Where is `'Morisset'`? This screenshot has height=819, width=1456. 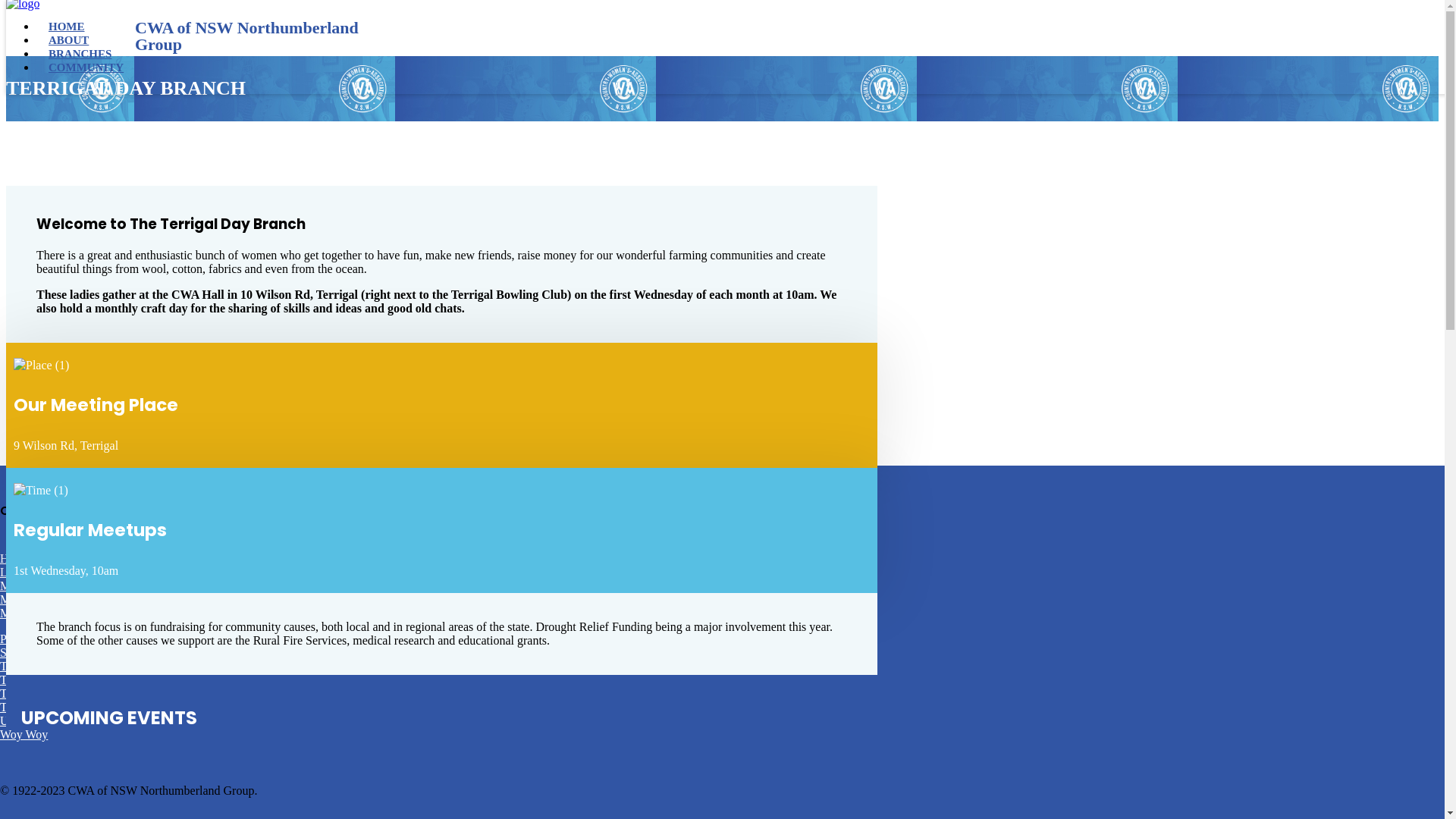 'Morisset' is located at coordinates (21, 612).